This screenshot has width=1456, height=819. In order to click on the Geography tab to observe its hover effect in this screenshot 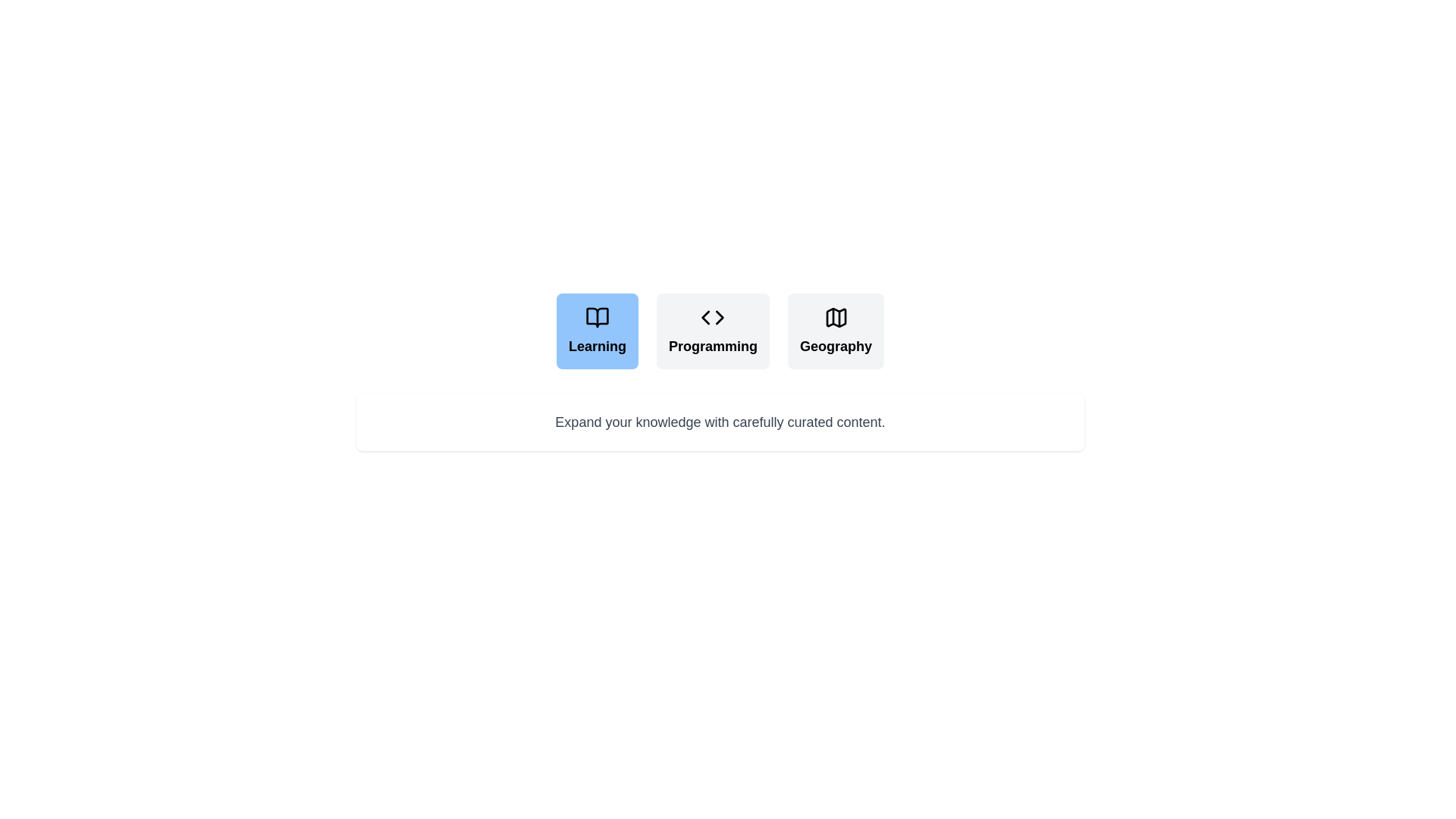, I will do `click(835, 330)`.